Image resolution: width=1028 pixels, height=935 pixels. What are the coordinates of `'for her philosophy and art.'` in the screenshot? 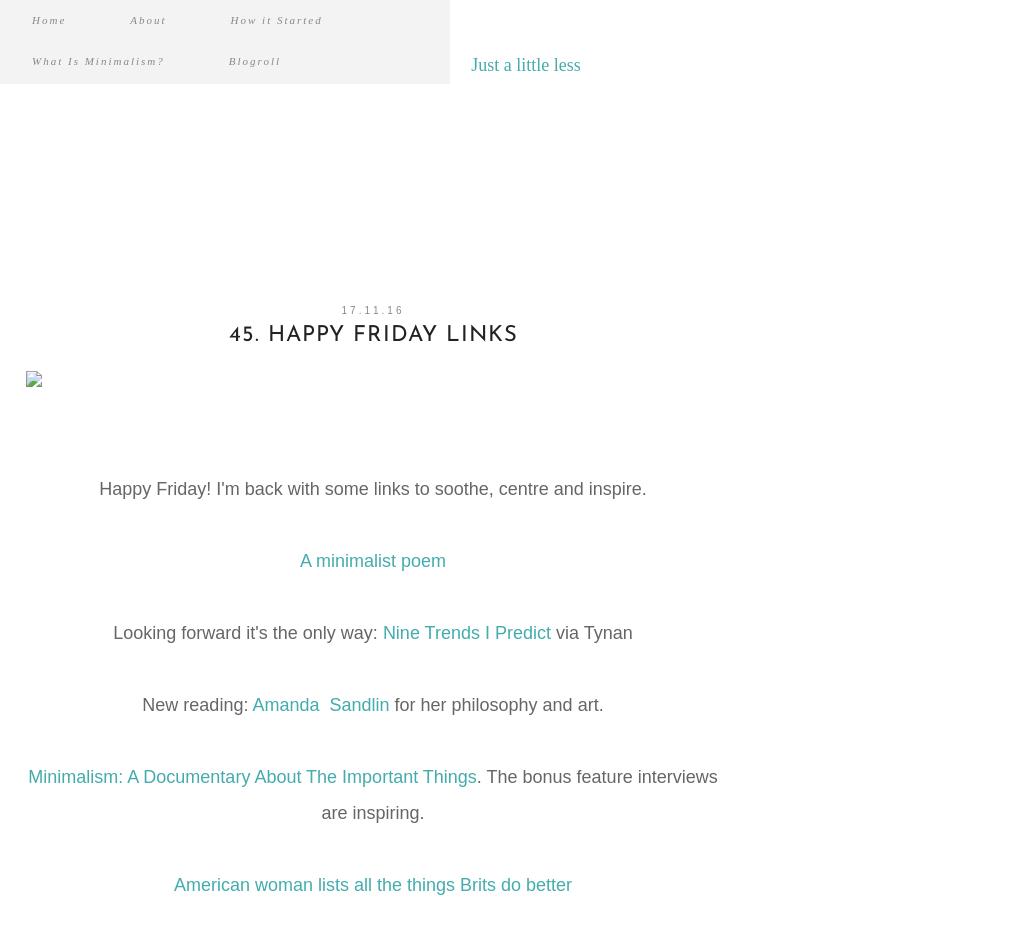 It's located at (497, 703).